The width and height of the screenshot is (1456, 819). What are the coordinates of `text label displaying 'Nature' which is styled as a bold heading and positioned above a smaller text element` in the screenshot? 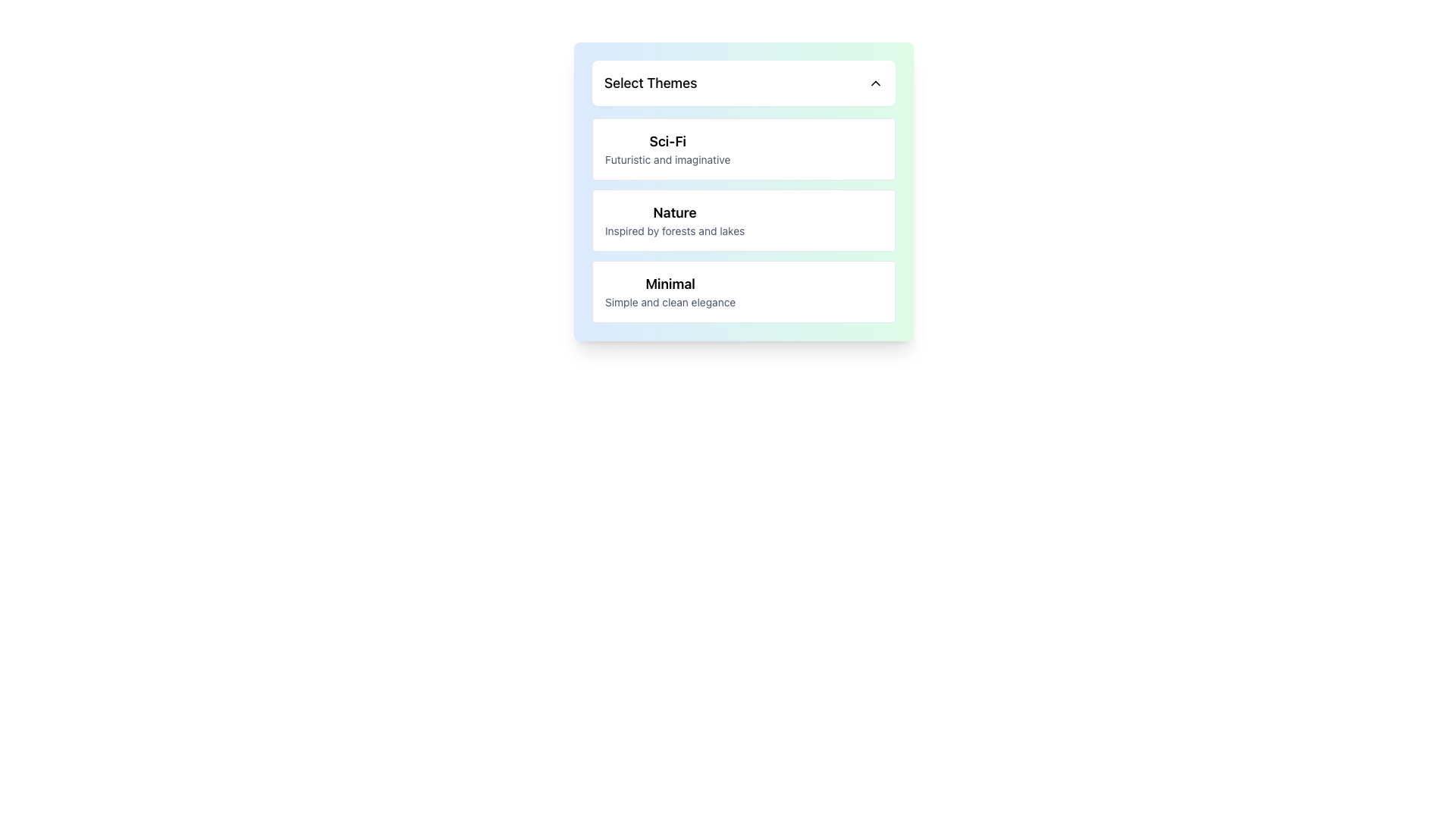 It's located at (674, 213).